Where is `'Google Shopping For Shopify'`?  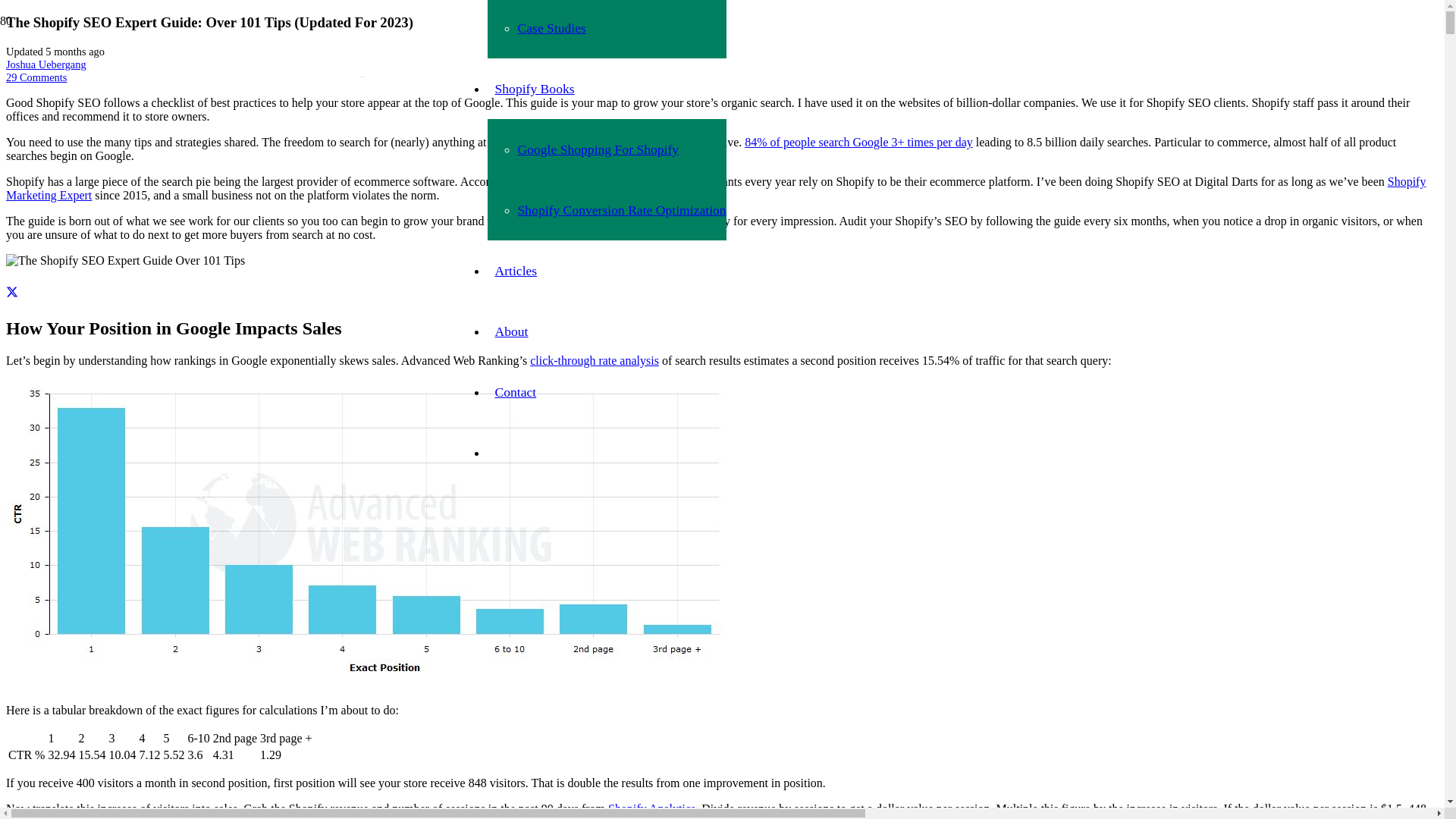 'Google Shopping For Shopify' is located at coordinates (597, 149).